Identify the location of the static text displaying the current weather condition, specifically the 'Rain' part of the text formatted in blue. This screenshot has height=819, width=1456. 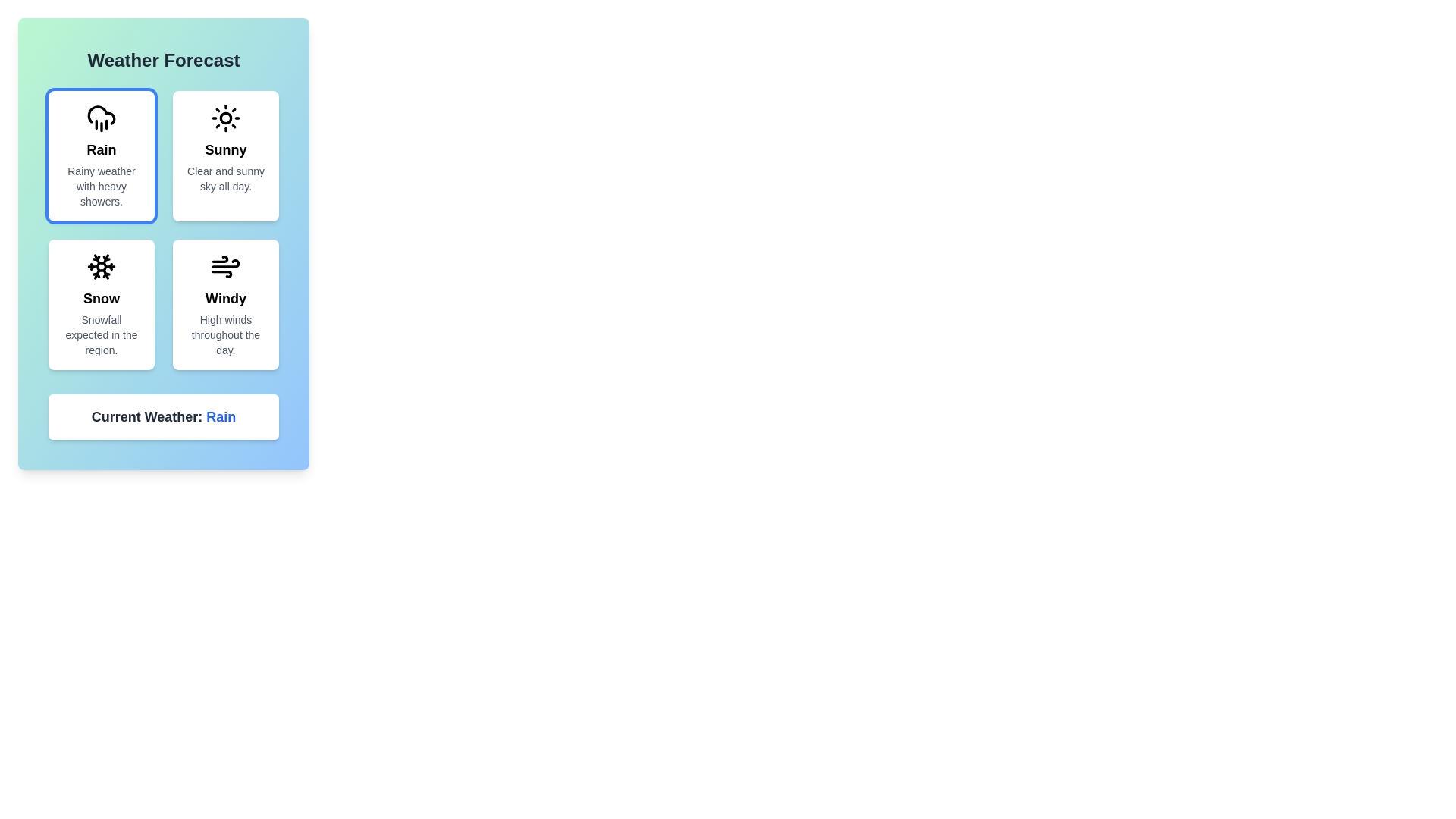
(220, 417).